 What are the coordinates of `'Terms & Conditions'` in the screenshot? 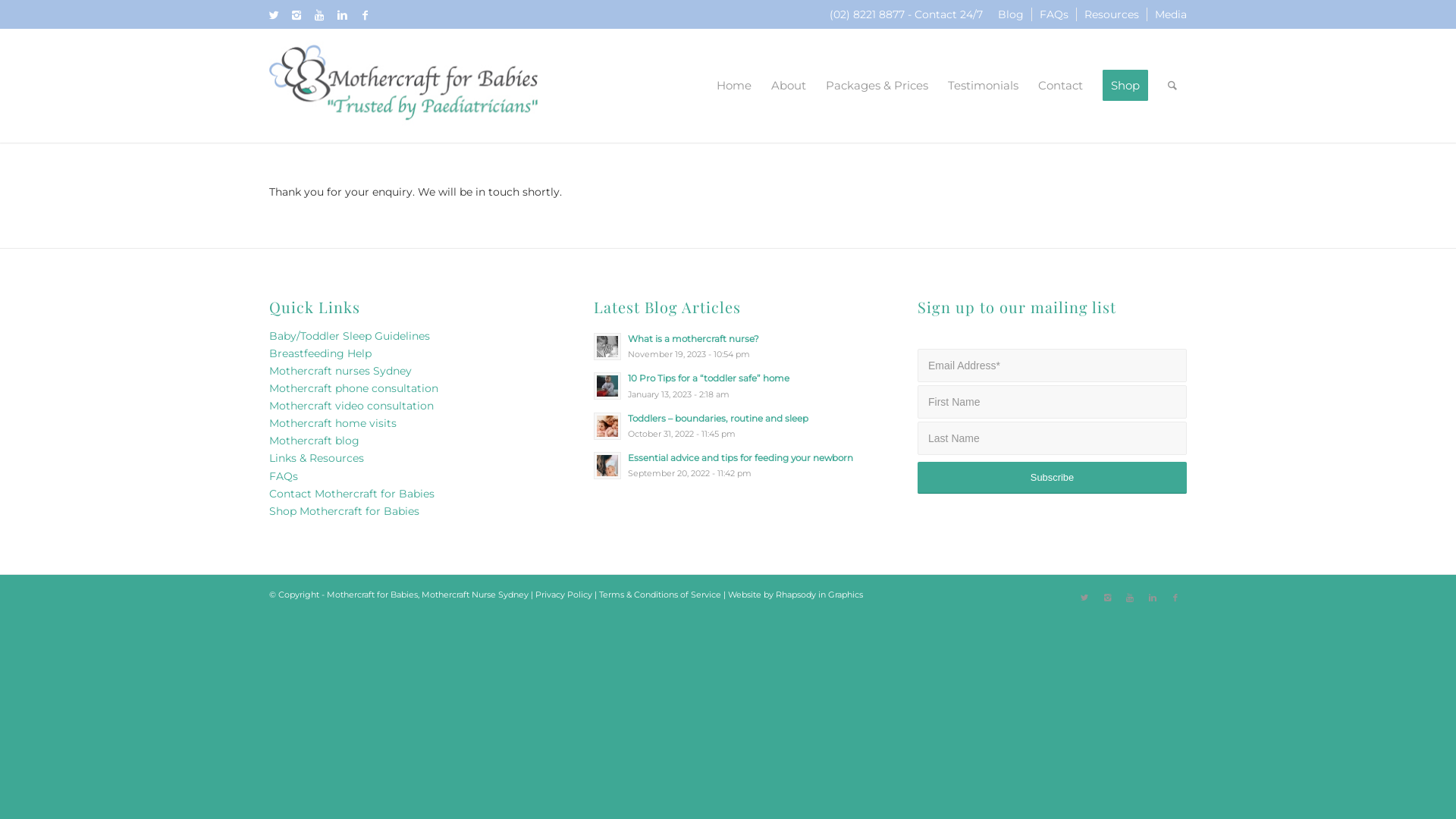 It's located at (638, 593).